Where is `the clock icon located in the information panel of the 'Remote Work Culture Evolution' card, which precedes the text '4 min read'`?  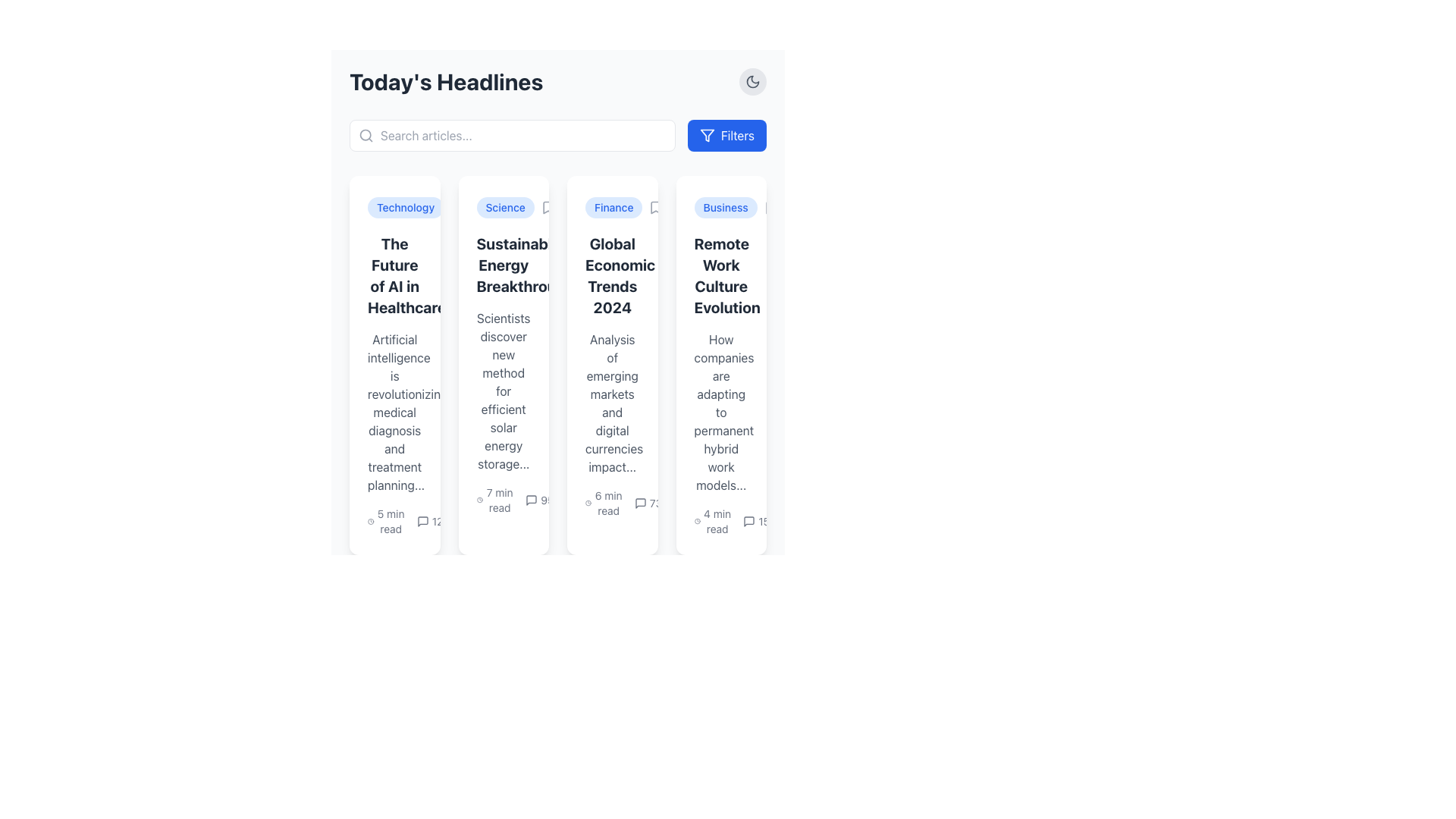
the clock icon located in the information panel of the 'Remote Work Culture Evolution' card, which precedes the text '4 min read' is located at coordinates (696, 520).